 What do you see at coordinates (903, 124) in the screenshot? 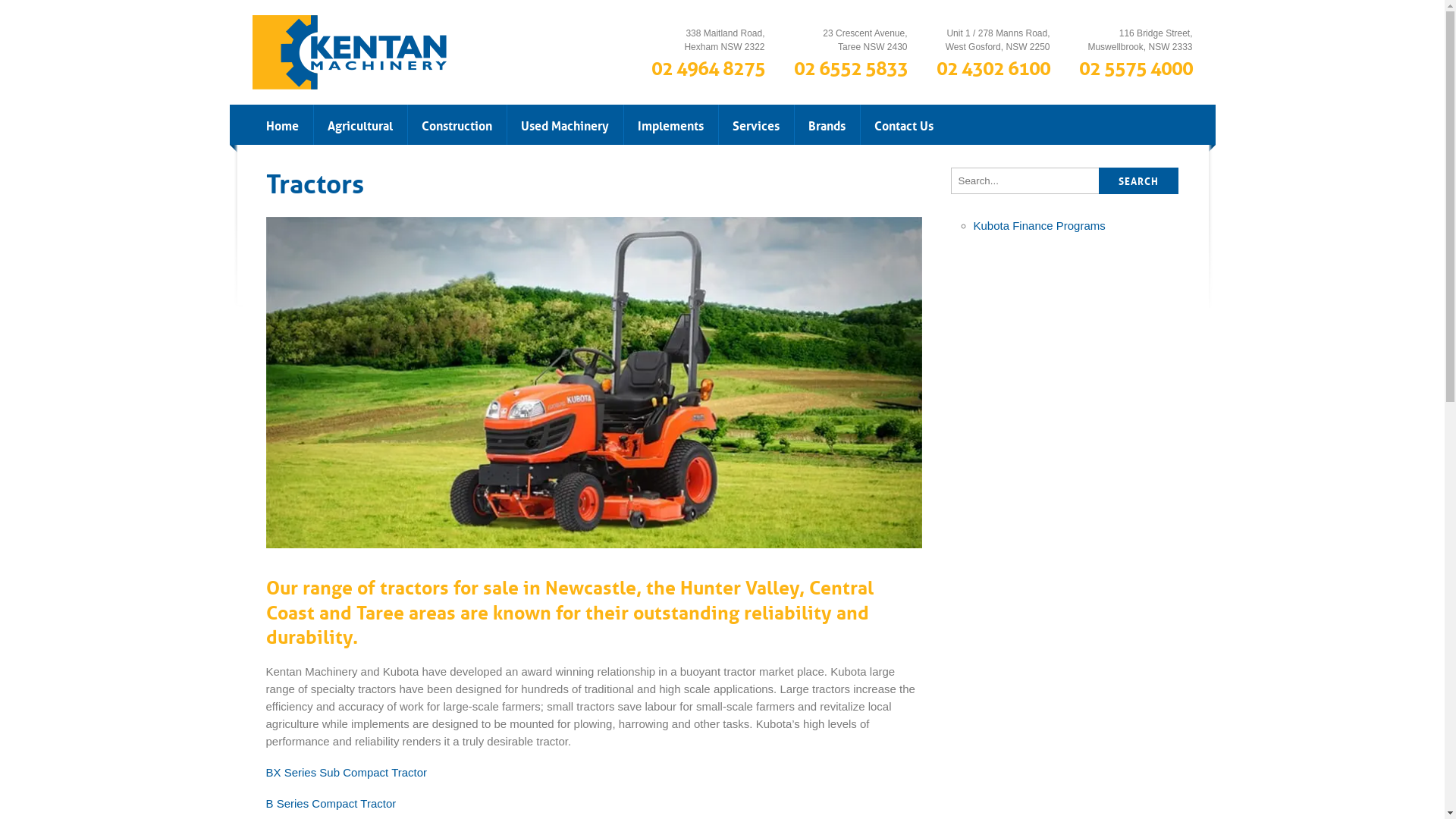
I see `'Contact Us'` at bounding box center [903, 124].